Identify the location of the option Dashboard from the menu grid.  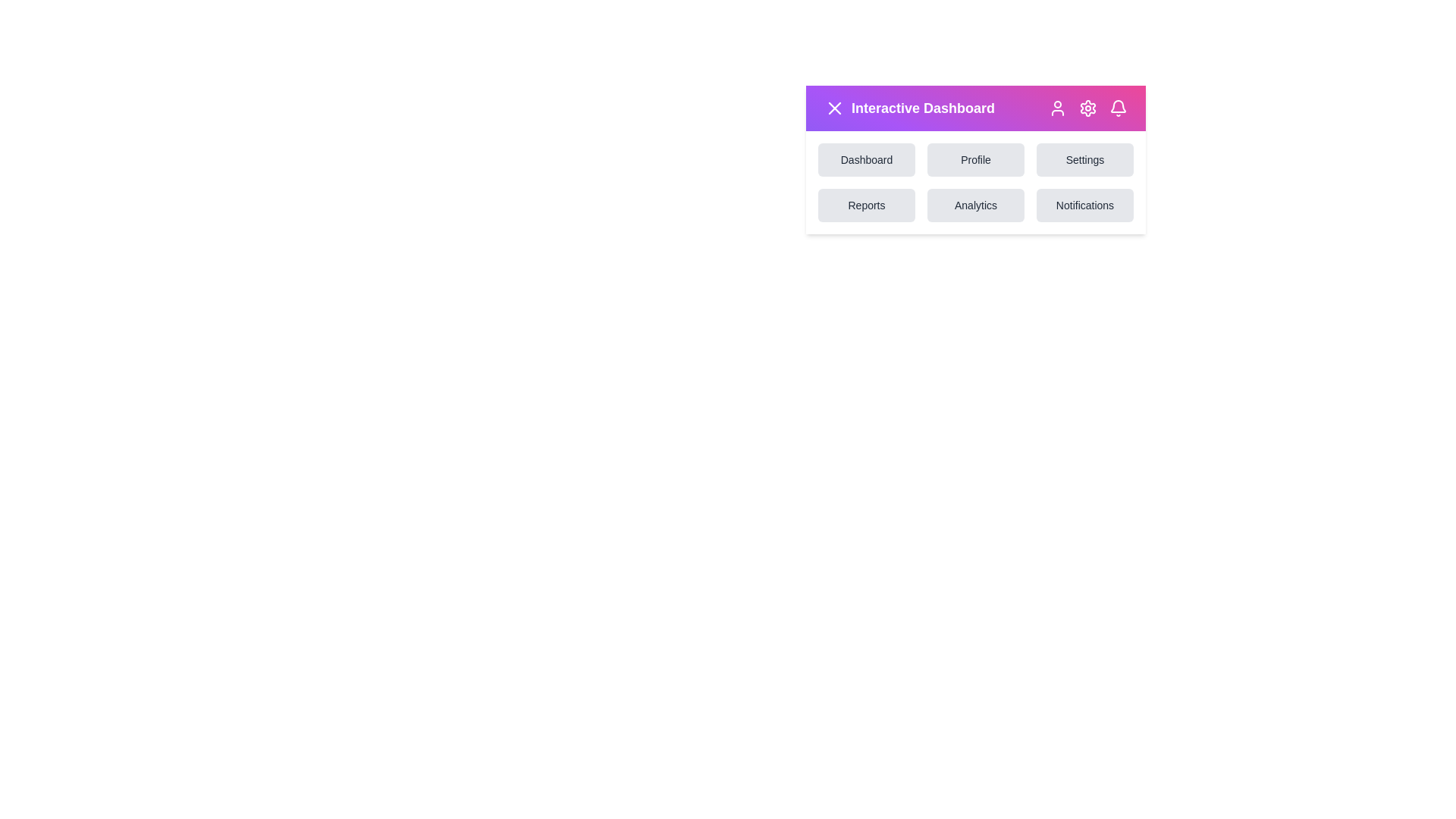
(866, 160).